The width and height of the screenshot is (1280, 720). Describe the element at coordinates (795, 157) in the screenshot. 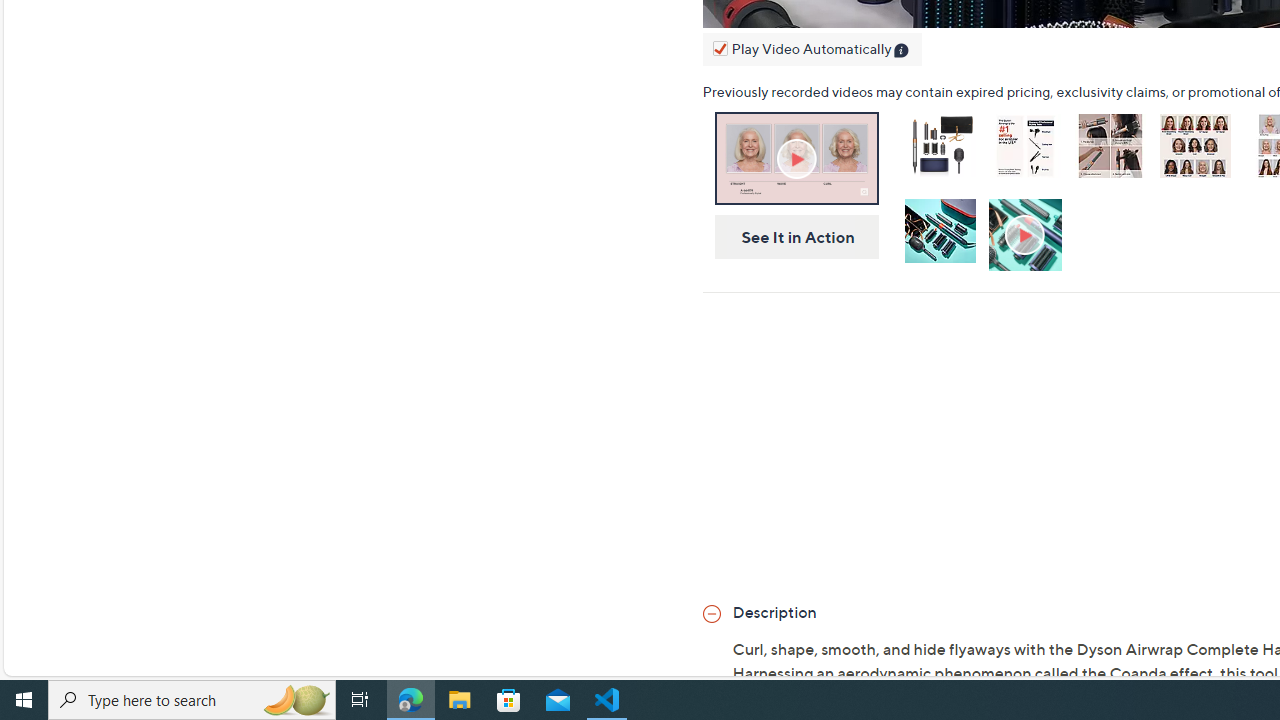

I see `'On-Air Presentation'` at that location.